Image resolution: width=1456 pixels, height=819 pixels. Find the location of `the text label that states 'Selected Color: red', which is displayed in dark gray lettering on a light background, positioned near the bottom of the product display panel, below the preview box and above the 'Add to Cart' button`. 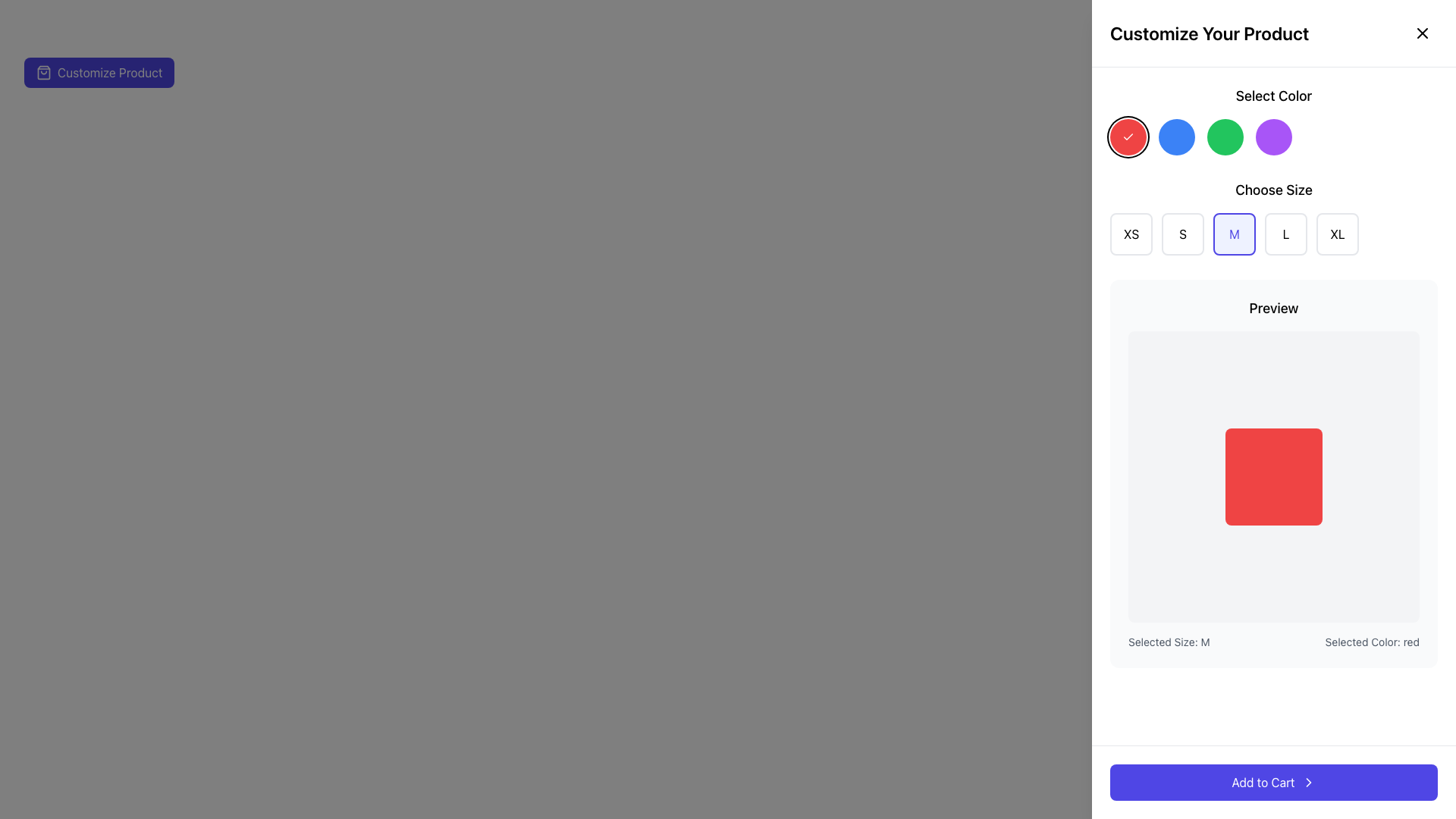

the text label that states 'Selected Color: red', which is displayed in dark gray lettering on a light background, positioned near the bottom of the product display panel, below the preview box and above the 'Add to Cart' button is located at coordinates (1372, 642).